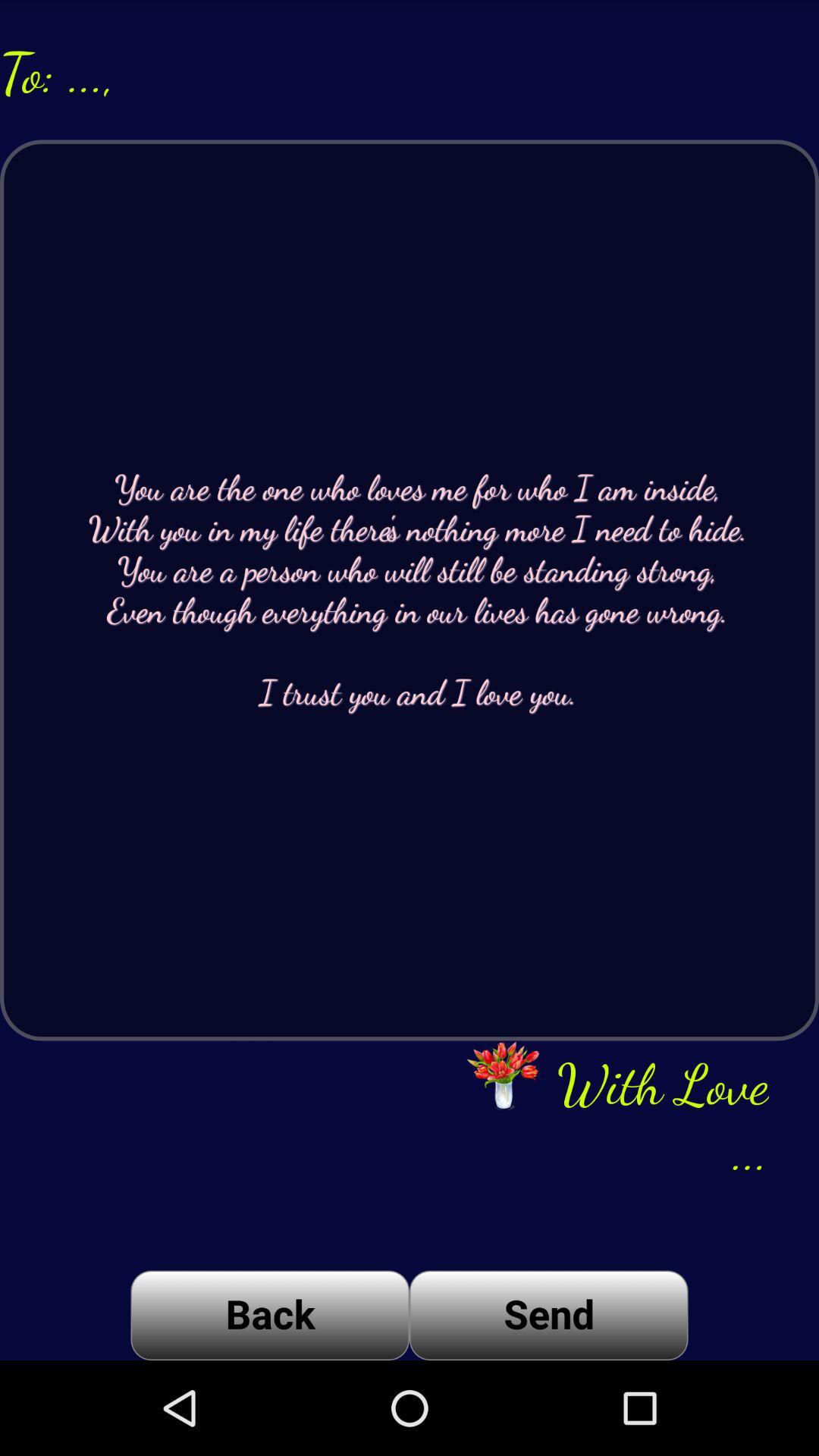 Image resolution: width=819 pixels, height=1456 pixels. I want to click on back icon, so click(269, 1314).